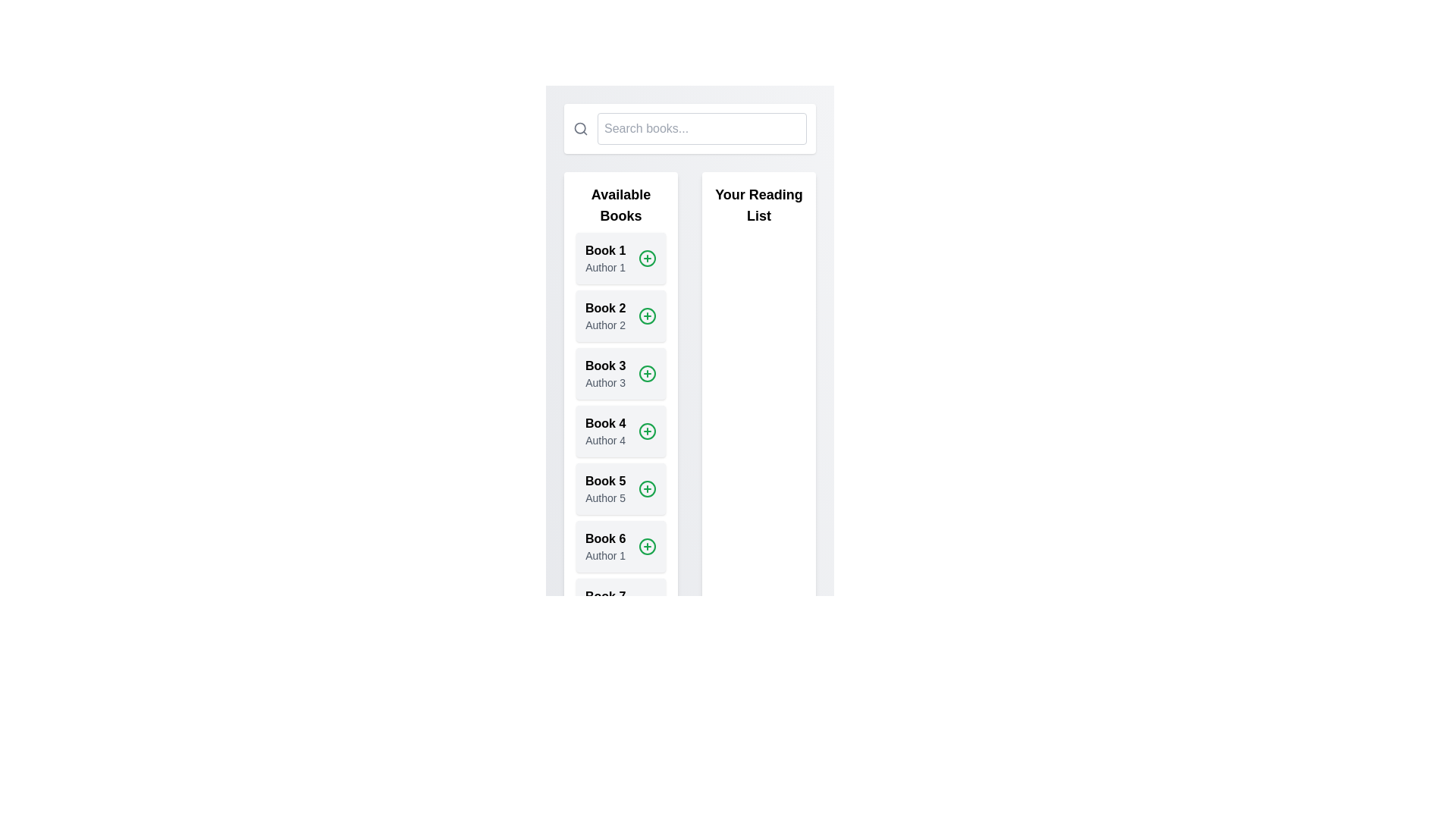 The height and width of the screenshot is (819, 1456). What do you see at coordinates (648, 431) in the screenshot?
I see `the round green button with a plus sign located at the bottom right corner of 'Book 4' with 'Author 4' in the list of available books` at bounding box center [648, 431].